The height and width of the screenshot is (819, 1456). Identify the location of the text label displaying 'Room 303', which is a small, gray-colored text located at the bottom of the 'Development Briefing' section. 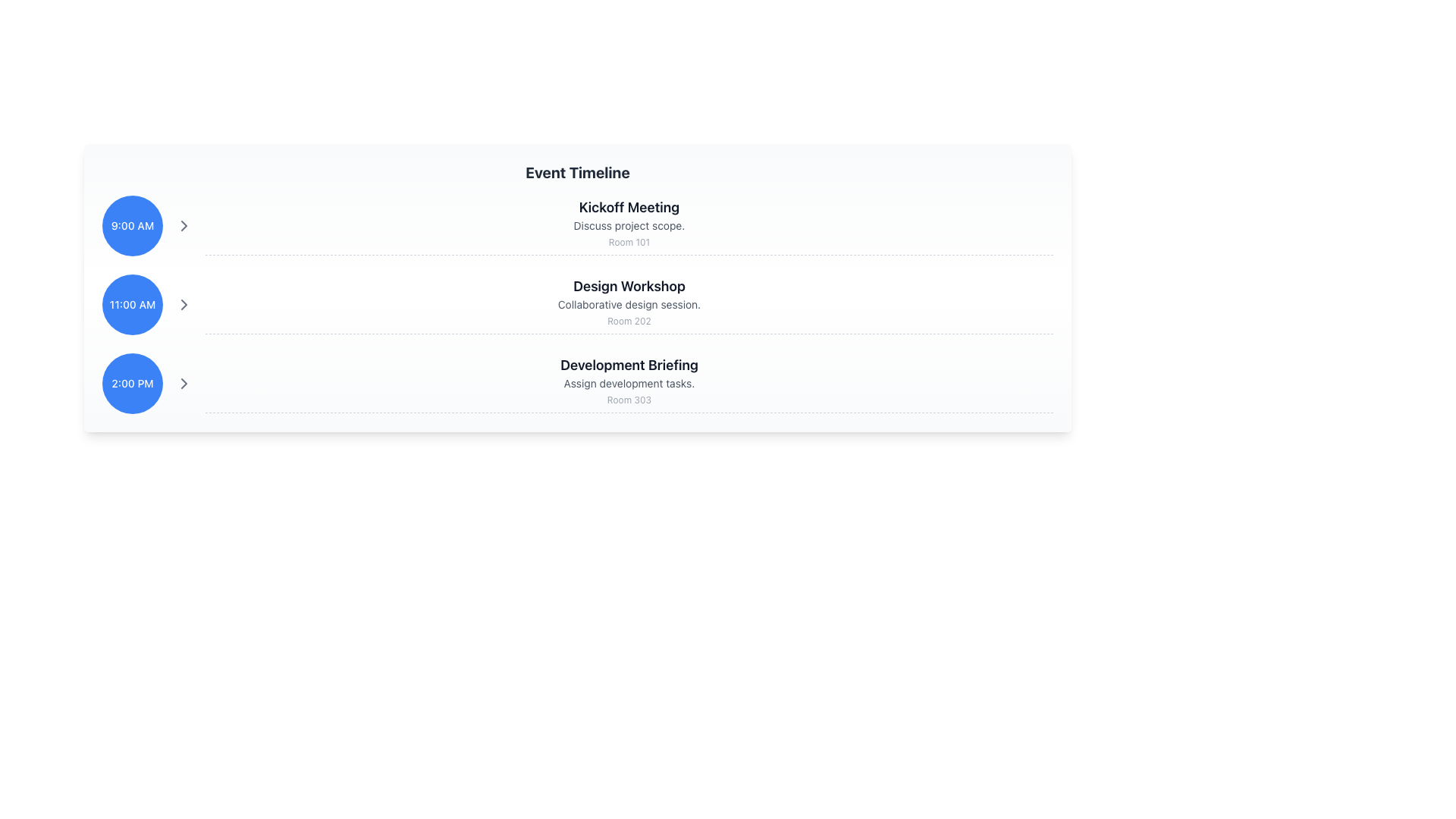
(629, 399).